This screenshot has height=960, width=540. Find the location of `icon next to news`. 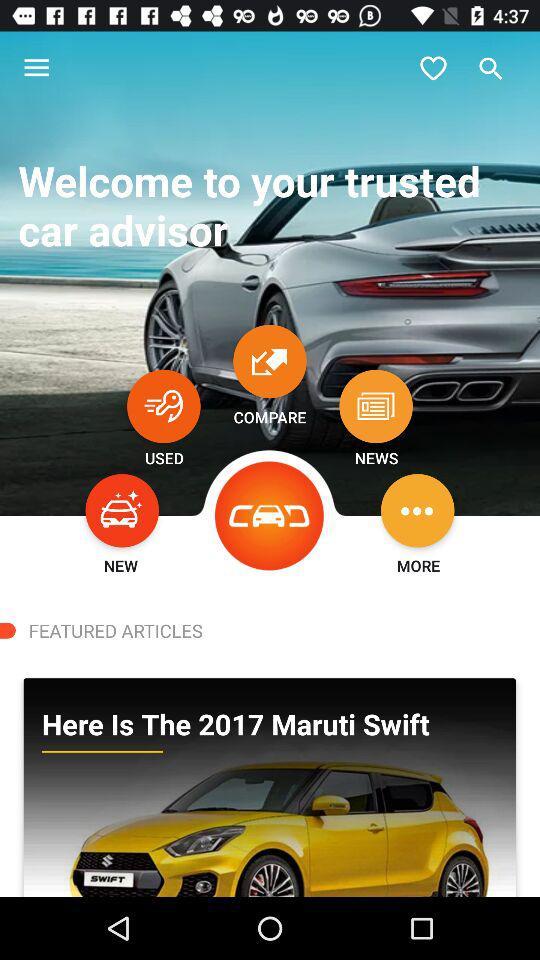

icon next to news is located at coordinates (270, 515).